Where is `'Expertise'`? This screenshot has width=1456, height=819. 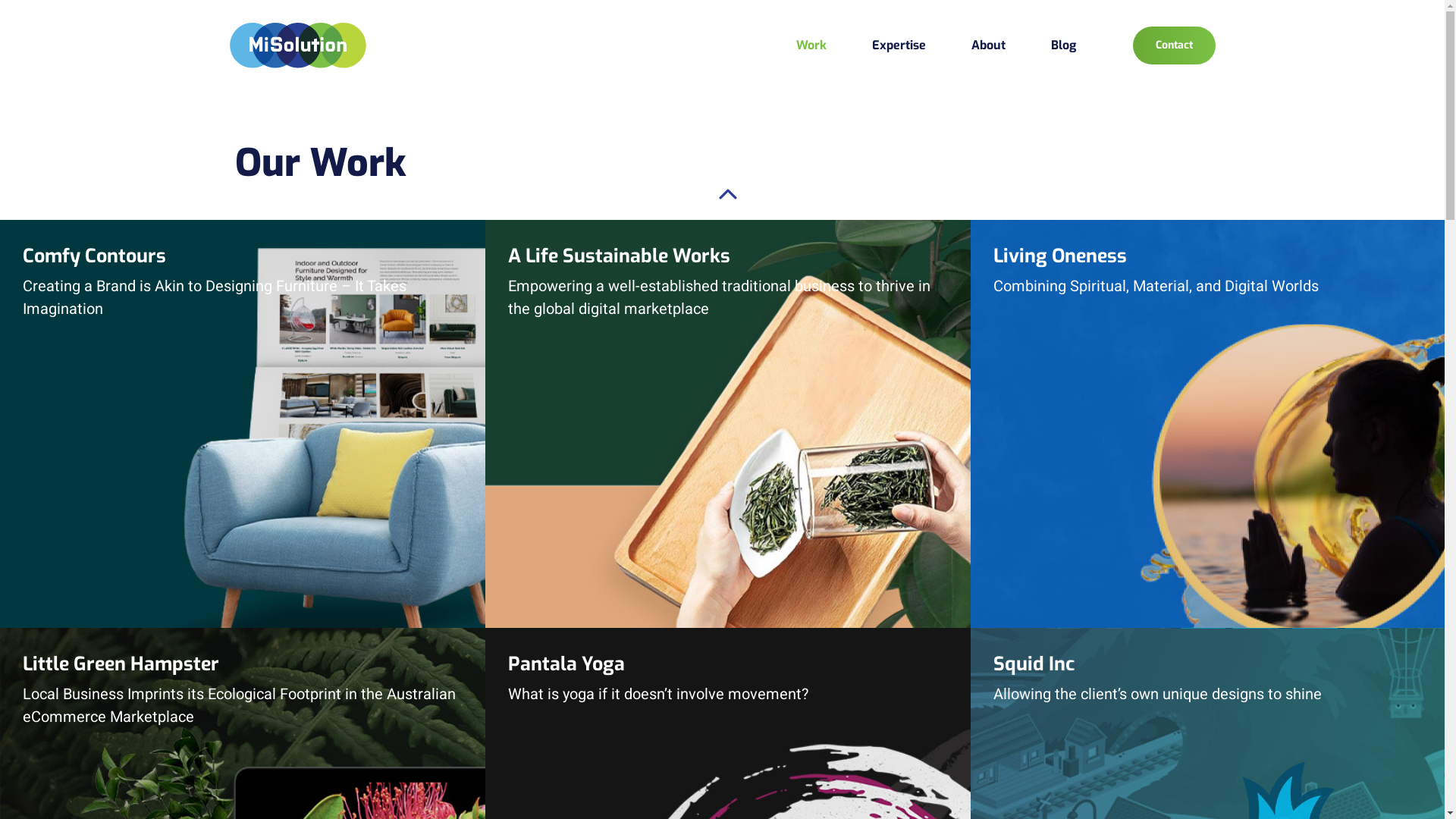 'Expertise' is located at coordinates (872, 44).